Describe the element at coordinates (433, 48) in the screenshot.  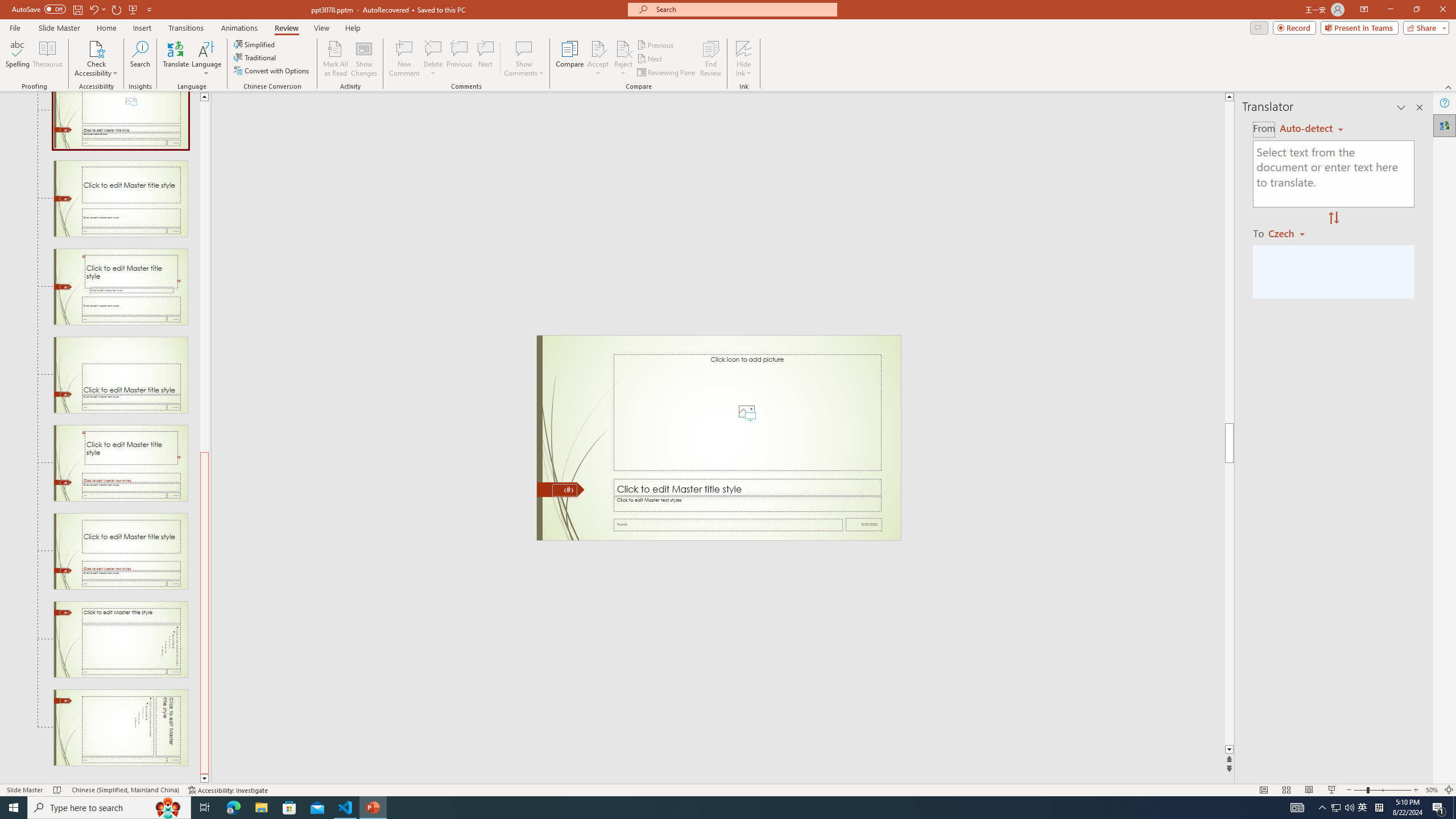
I see `'Delete'` at that location.